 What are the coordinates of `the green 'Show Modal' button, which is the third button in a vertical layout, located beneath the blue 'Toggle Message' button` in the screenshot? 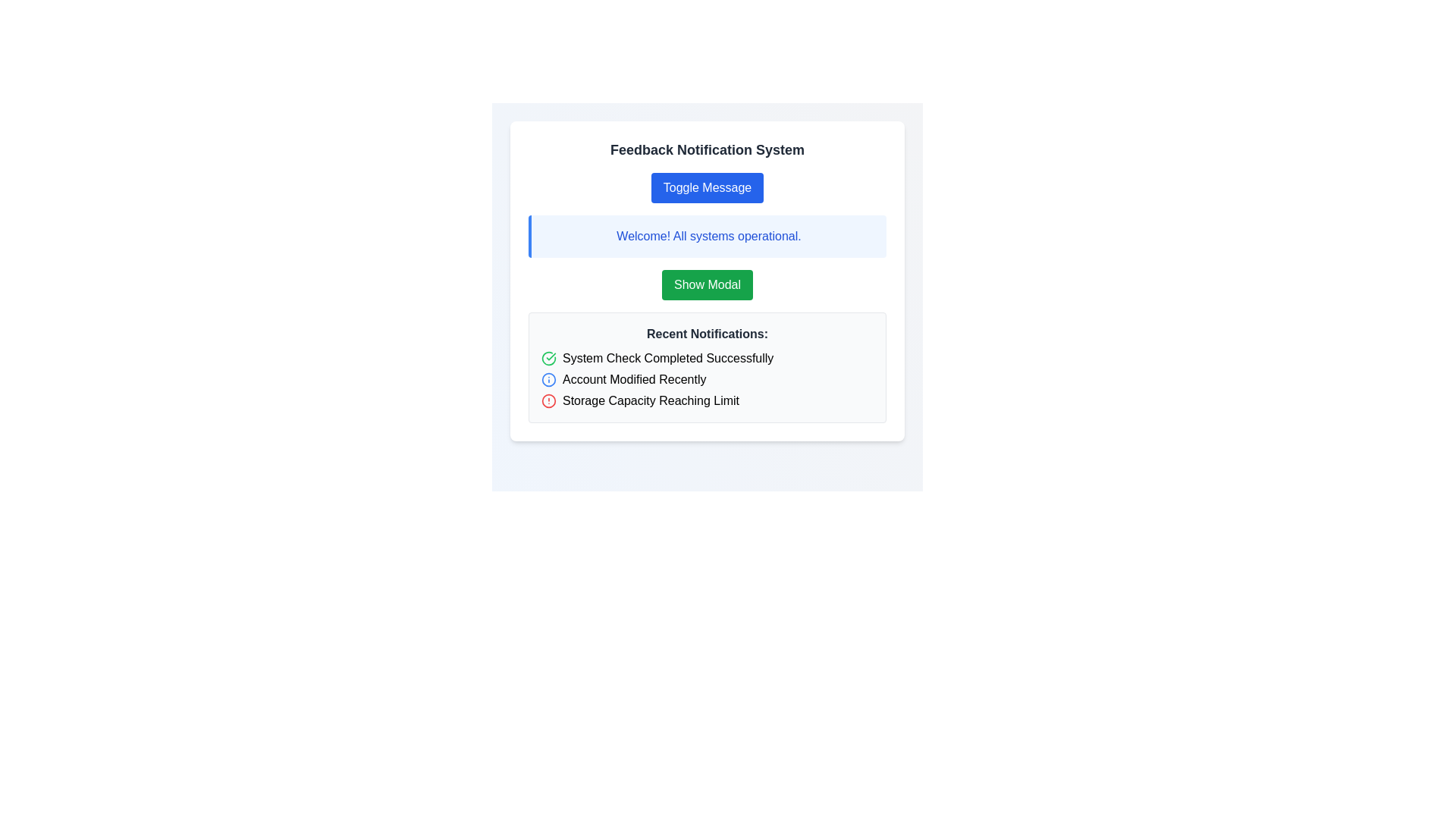 It's located at (706, 284).